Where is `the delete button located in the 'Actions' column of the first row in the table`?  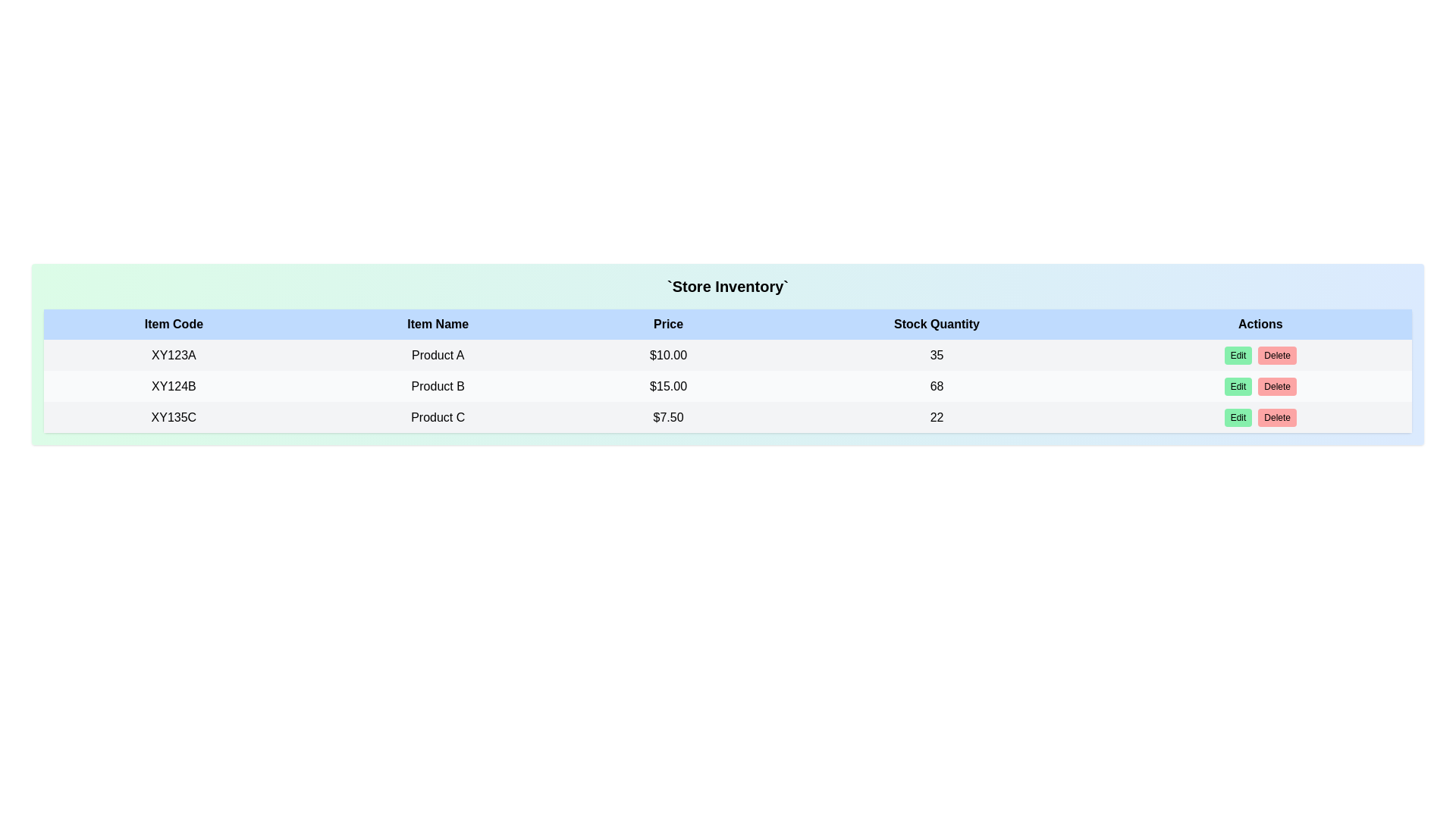 the delete button located in the 'Actions' column of the first row in the table is located at coordinates (1276, 356).